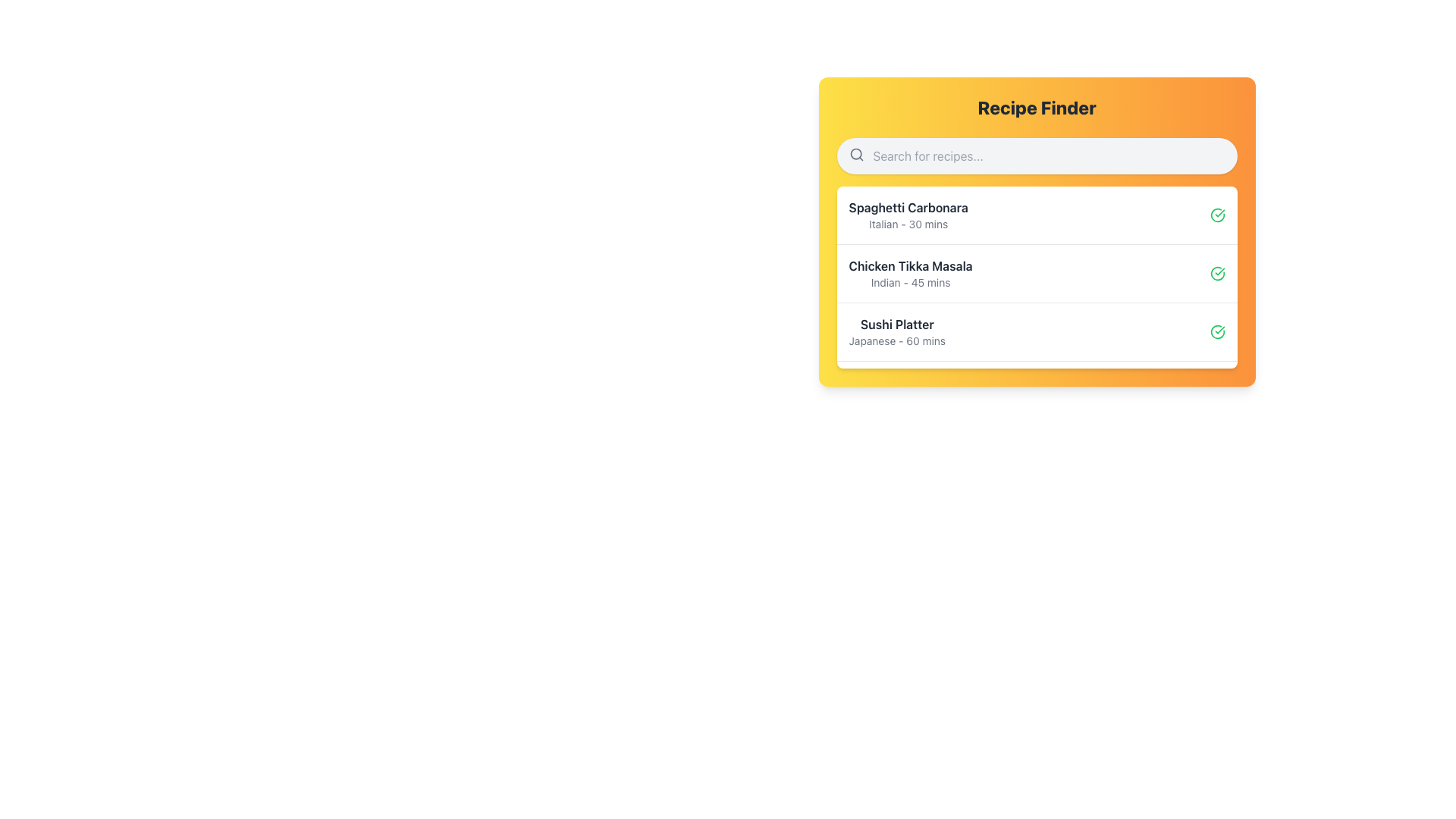 The width and height of the screenshot is (1456, 819). I want to click on the circular vector graphic icon located at the bottom-right corner of the 'Recipe Finder' card, adjacent to the 'Sushi Platter' item, so click(1217, 390).